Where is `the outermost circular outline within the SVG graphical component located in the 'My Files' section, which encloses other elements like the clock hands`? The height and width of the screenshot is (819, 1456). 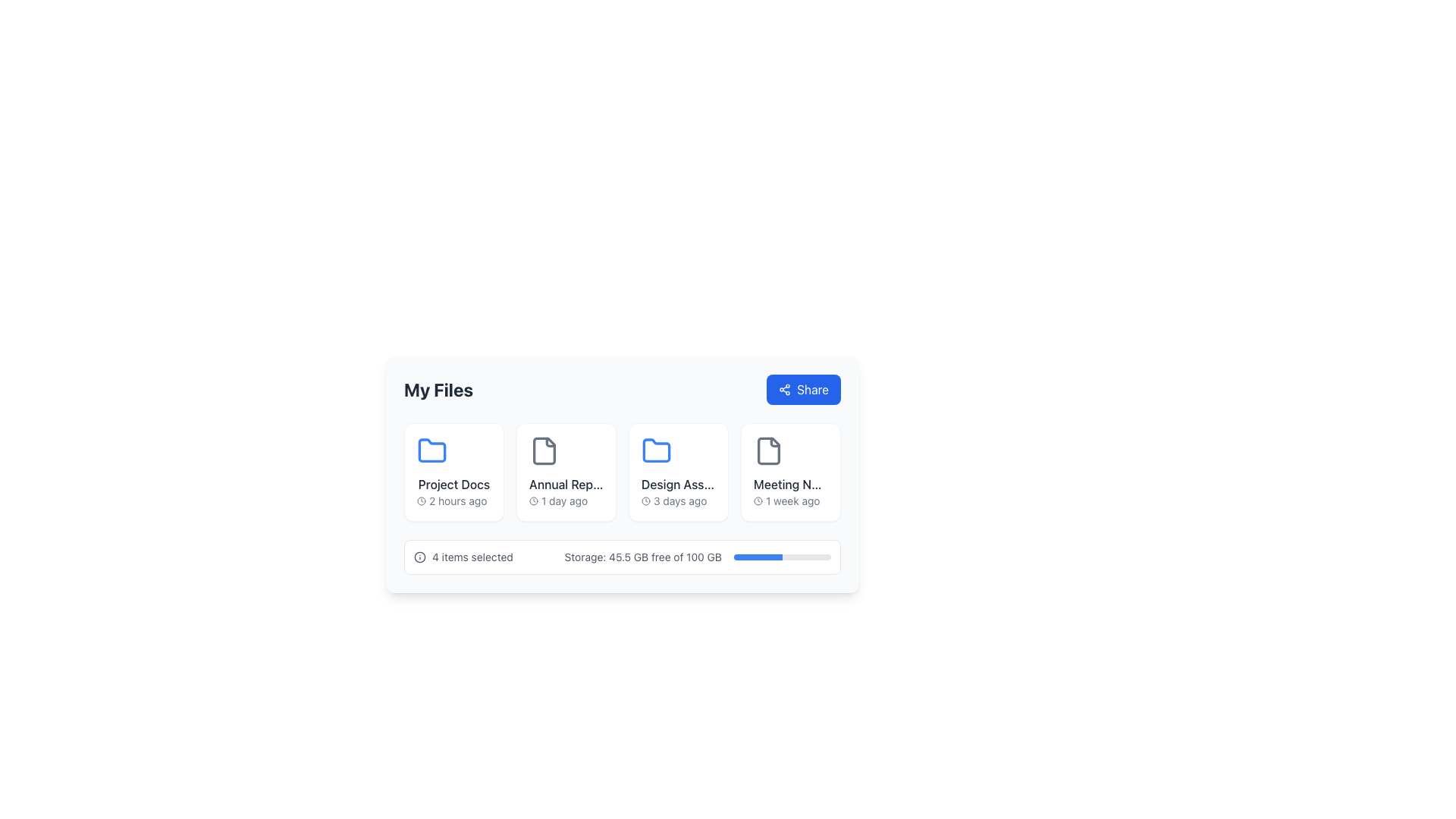 the outermost circular outline within the SVG graphical component located in the 'My Files' section, which encloses other elements like the clock hands is located at coordinates (422, 500).